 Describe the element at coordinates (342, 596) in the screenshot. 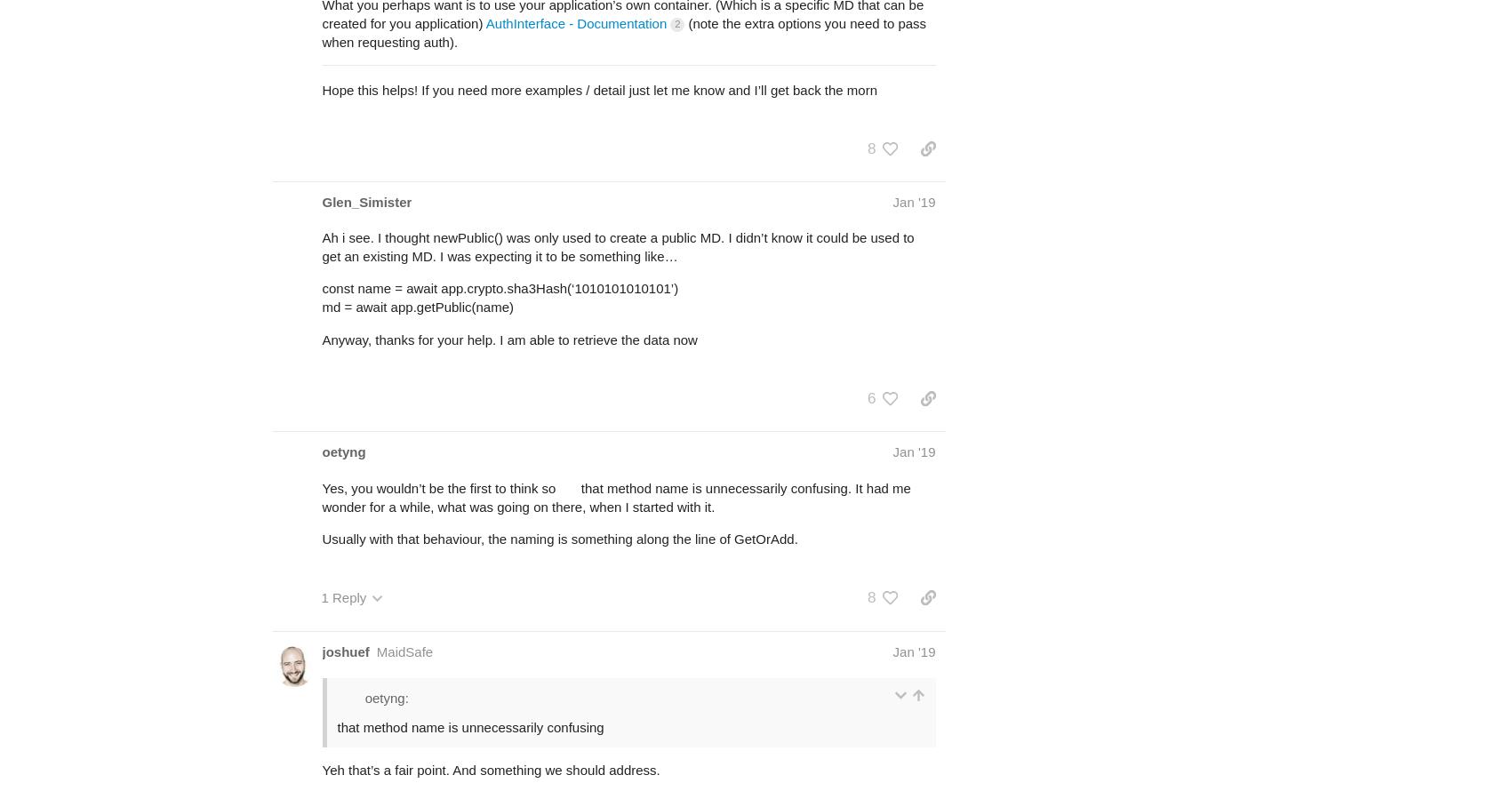

I see `'1 Reply'` at that location.